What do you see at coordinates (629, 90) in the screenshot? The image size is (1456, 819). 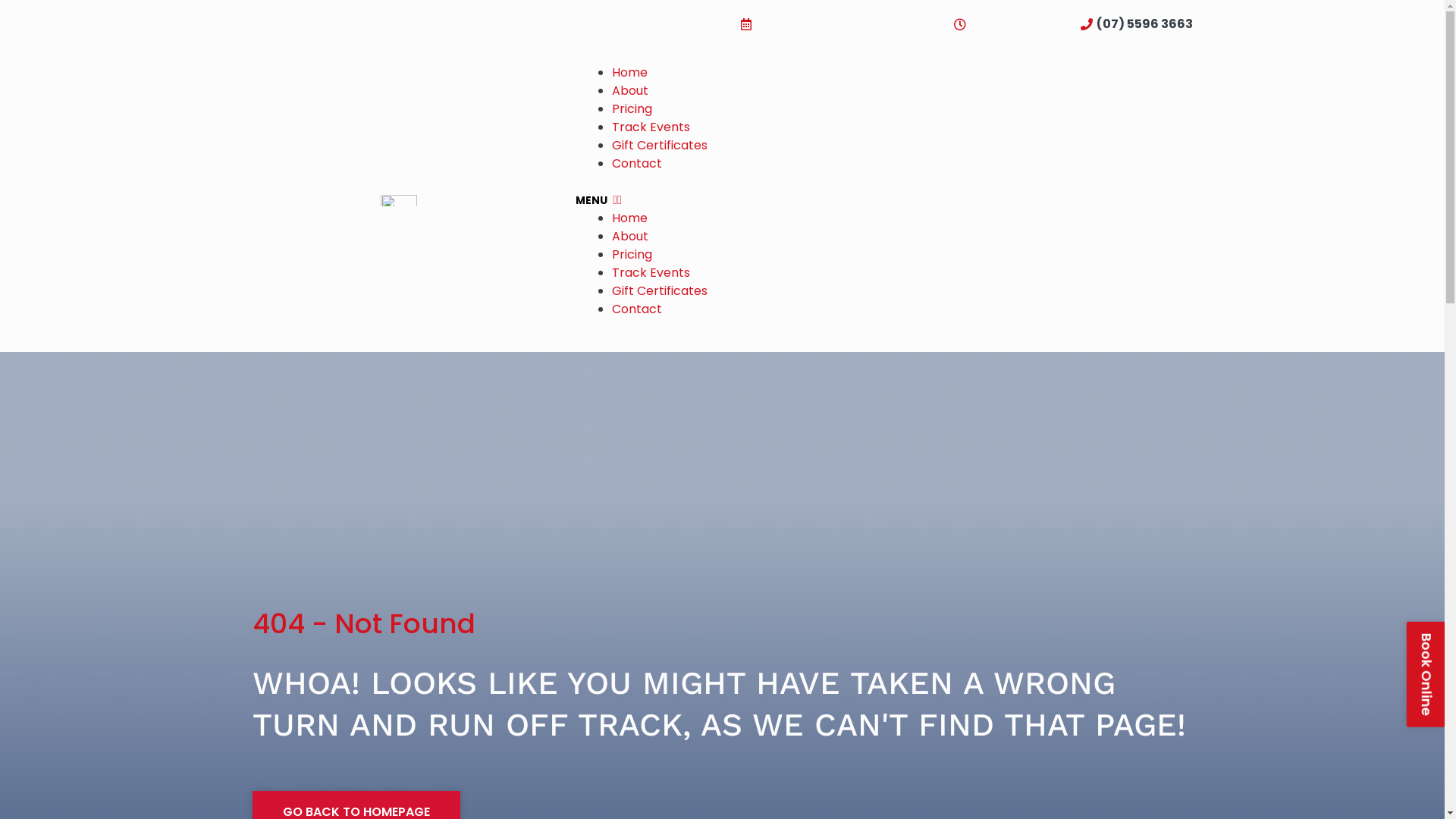 I see `'About'` at bounding box center [629, 90].